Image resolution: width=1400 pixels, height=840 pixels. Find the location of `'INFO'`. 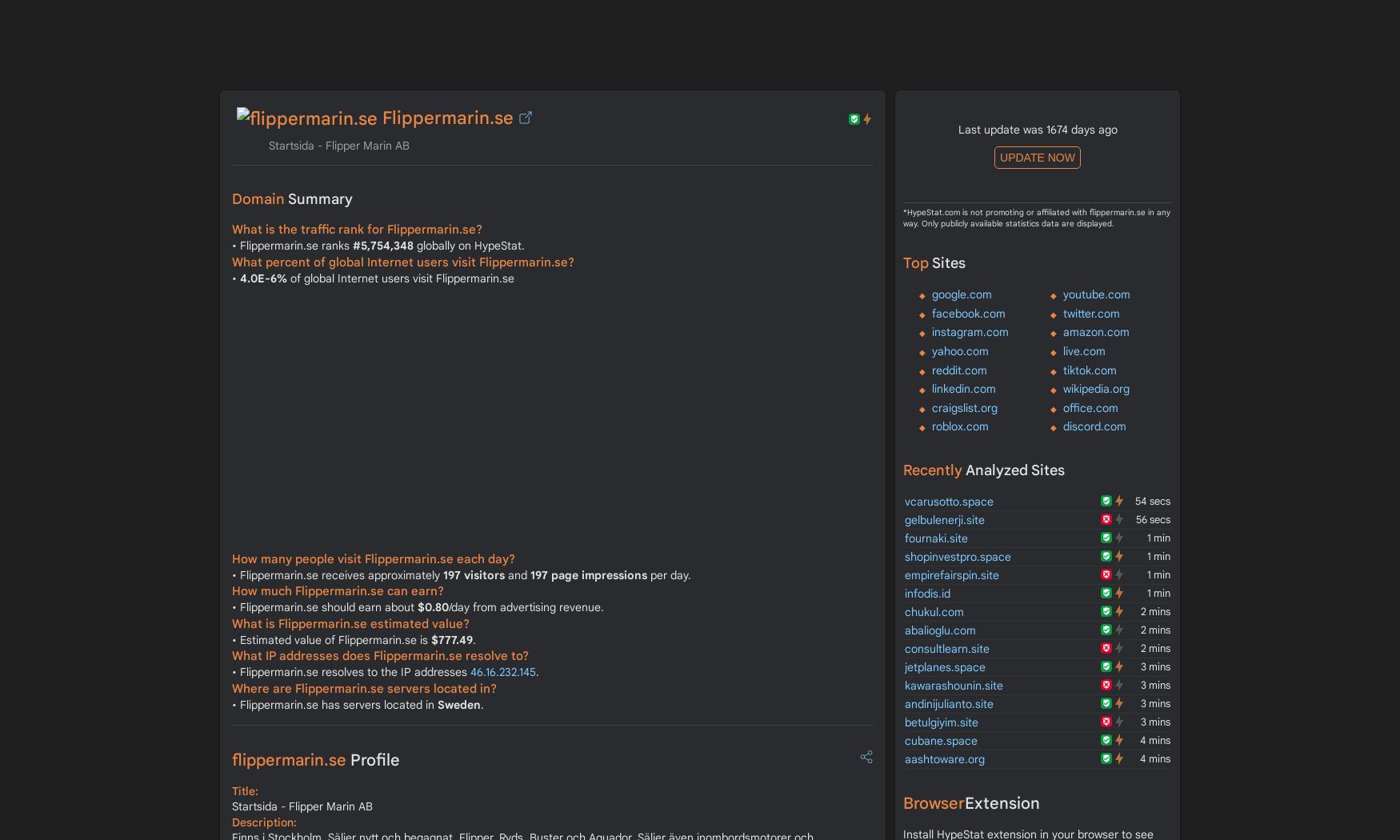

'INFO' is located at coordinates (334, 9).